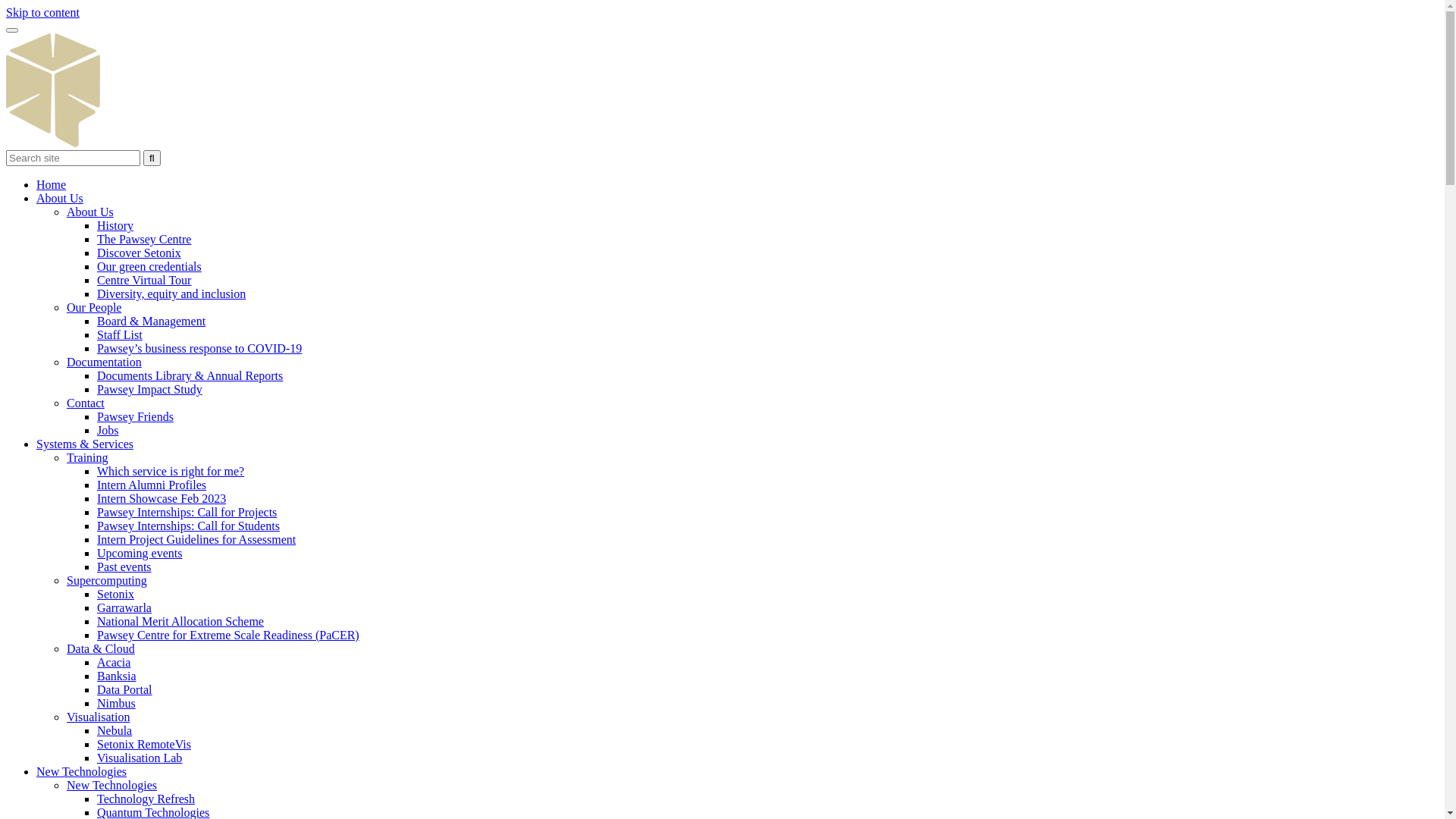 The height and width of the screenshot is (819, 1456). I want to click on 'Our People', so click(93, 307).